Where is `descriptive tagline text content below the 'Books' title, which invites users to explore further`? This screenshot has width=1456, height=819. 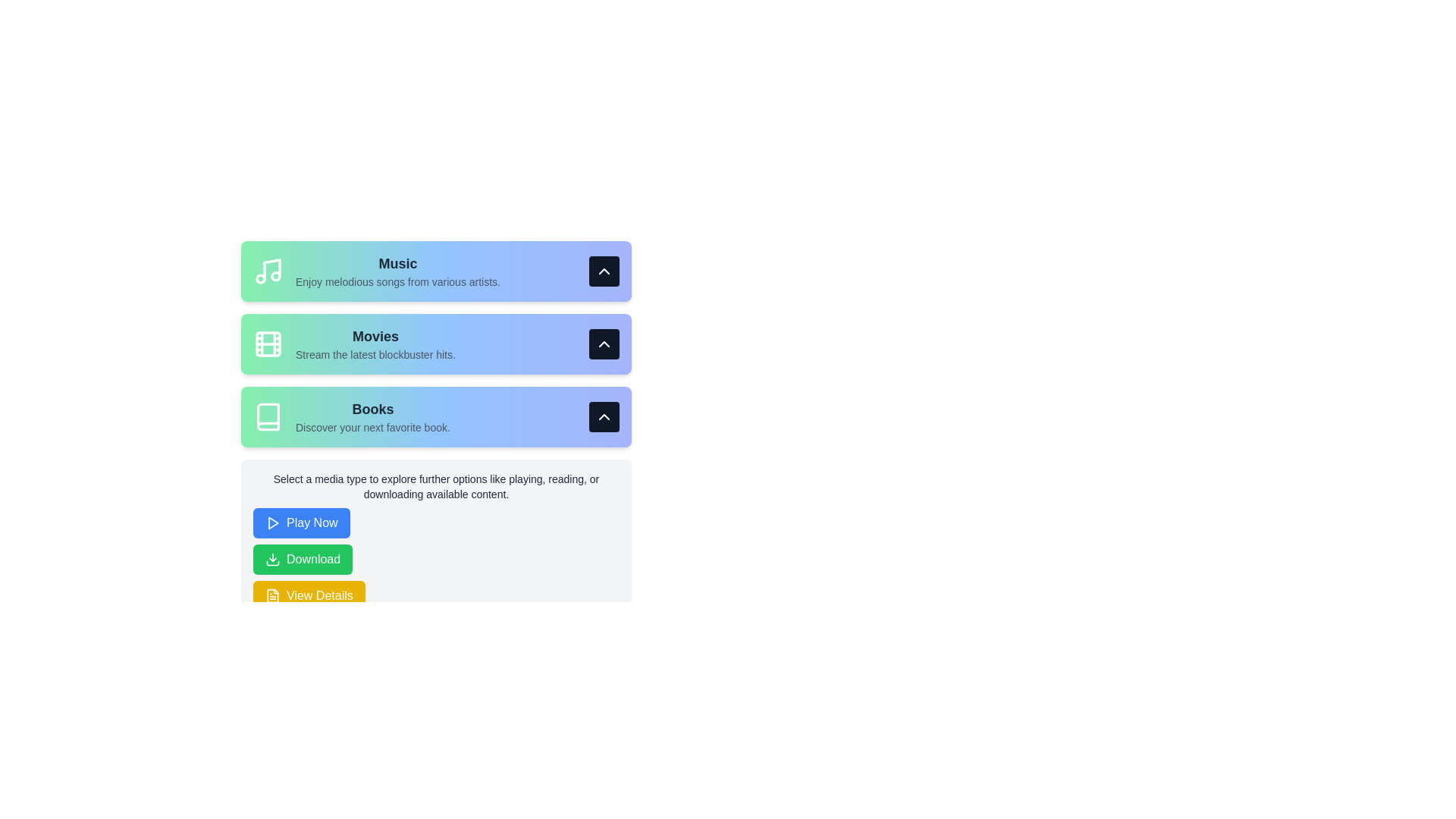 descriptive tagline text content below the 'Books' title, which invites users to explore further is located at coordinates (372, 427).